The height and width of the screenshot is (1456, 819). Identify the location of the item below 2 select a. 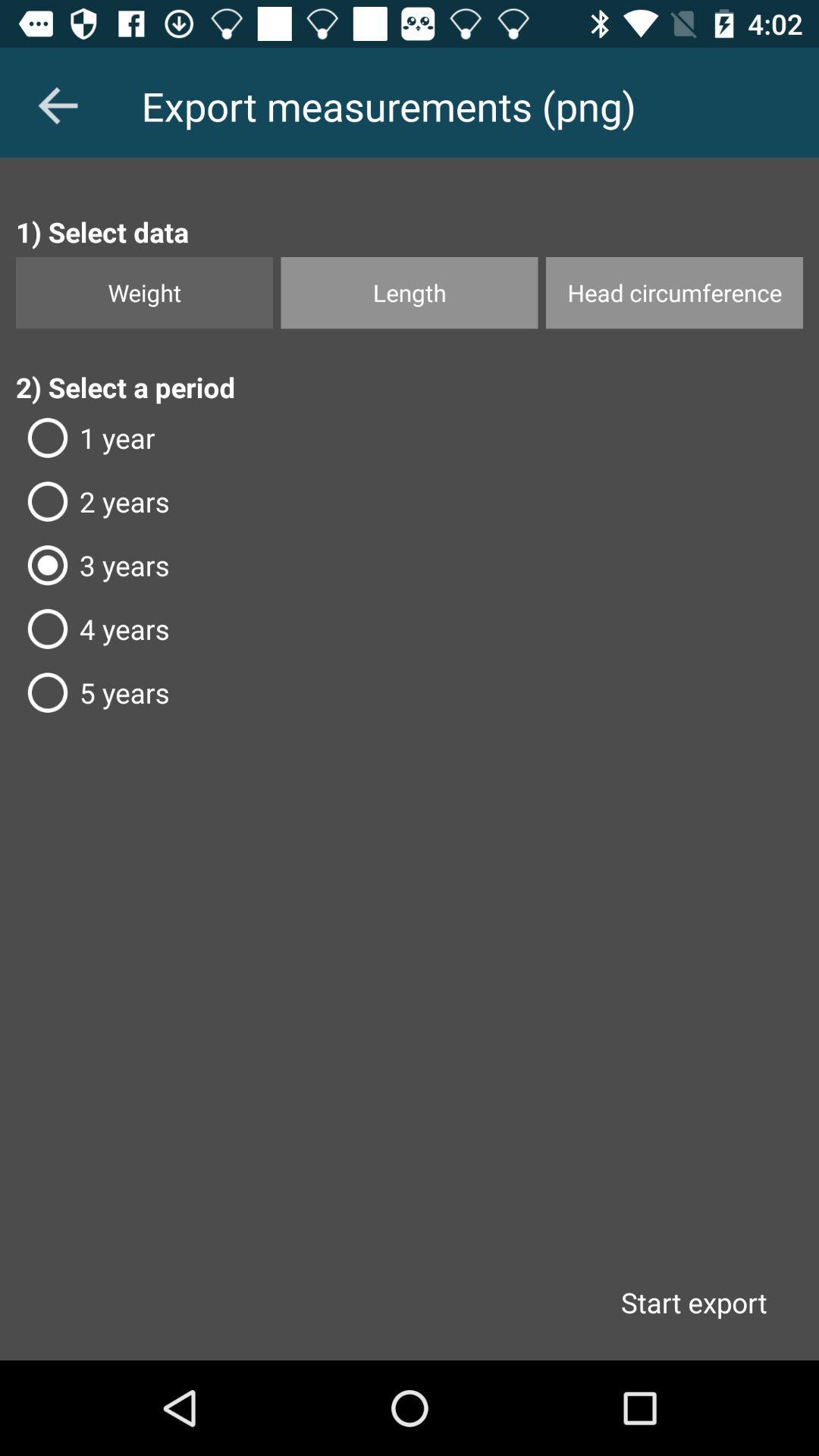
(409, 437).